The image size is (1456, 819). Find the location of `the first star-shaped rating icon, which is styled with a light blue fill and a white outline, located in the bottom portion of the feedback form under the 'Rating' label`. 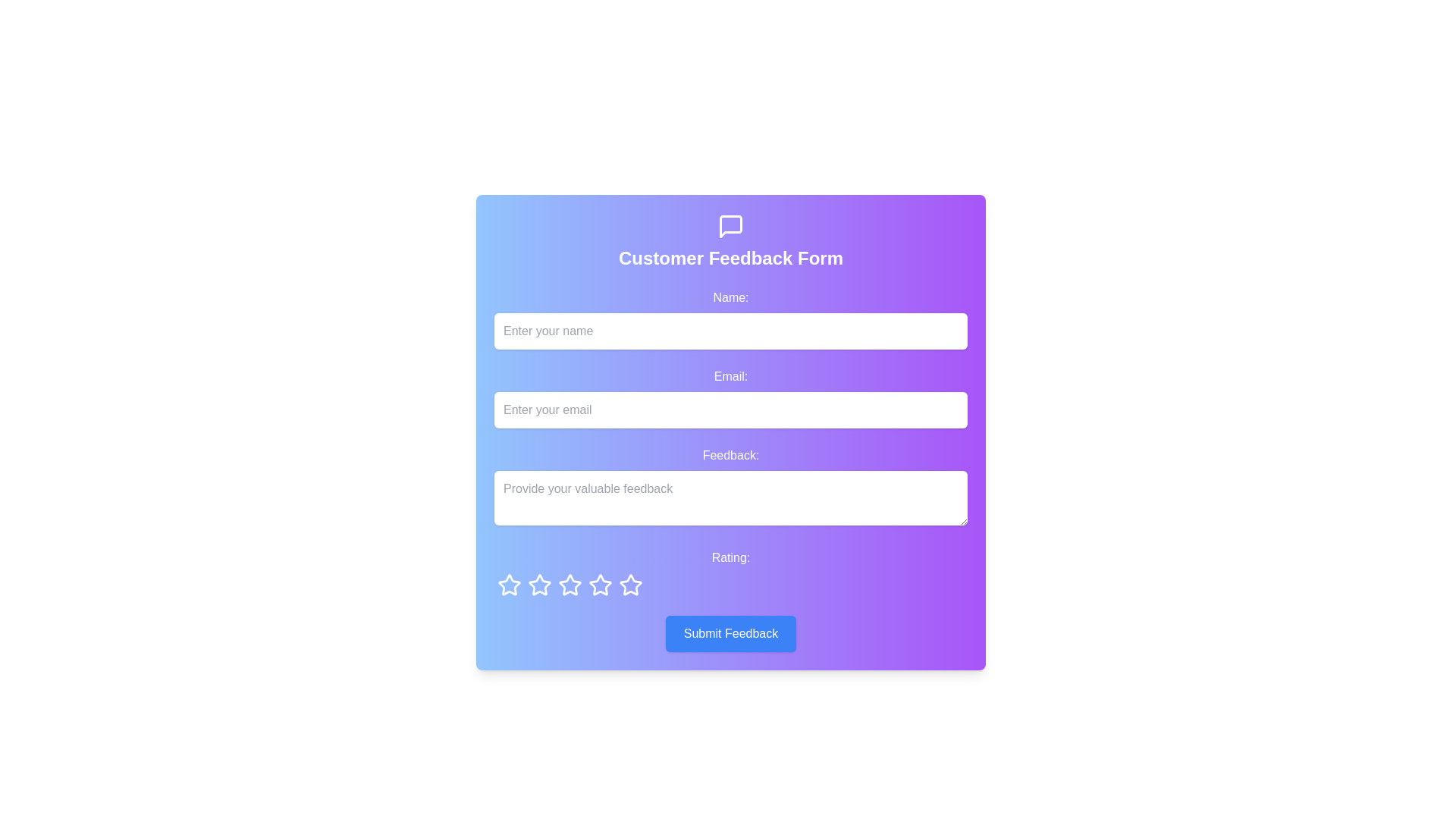

the first star-shaped rating icon, which is styled with a light blue fill and a white outline, located in the bottom portion of the feedback form under the 'Rating' label is located at coordinates (510, 584).